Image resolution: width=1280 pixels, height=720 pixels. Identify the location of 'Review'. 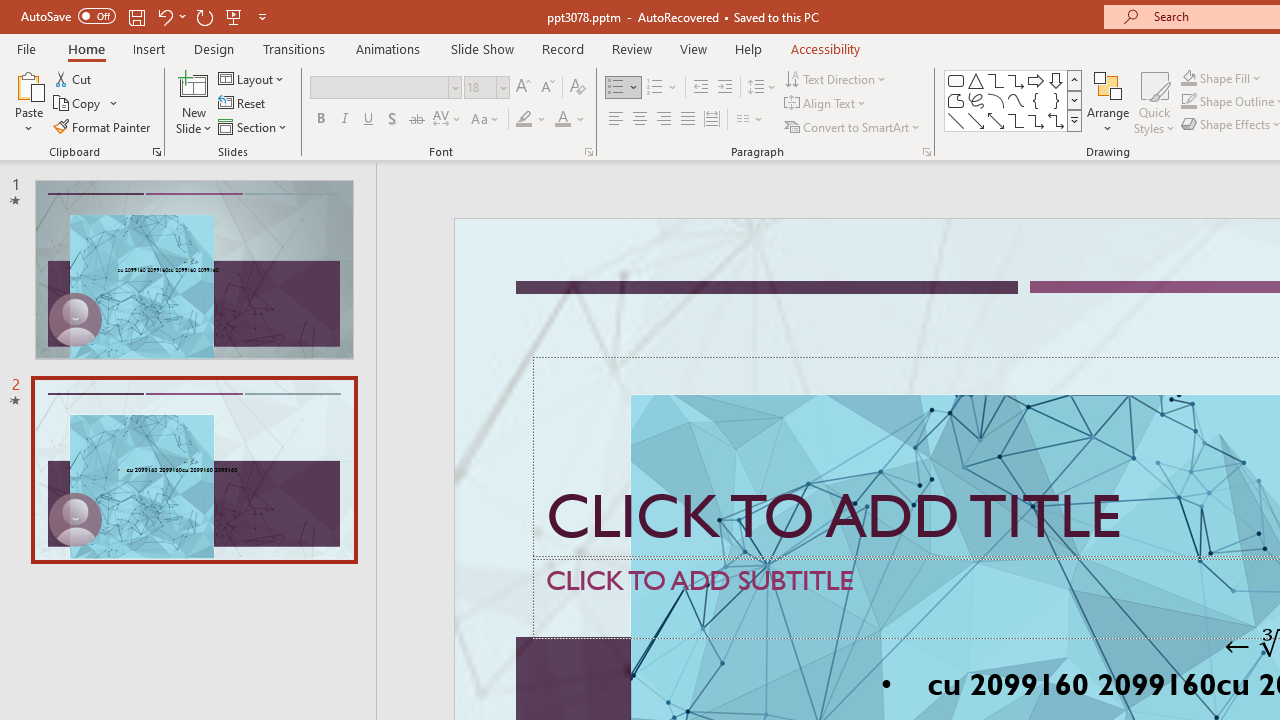
(630, 48).